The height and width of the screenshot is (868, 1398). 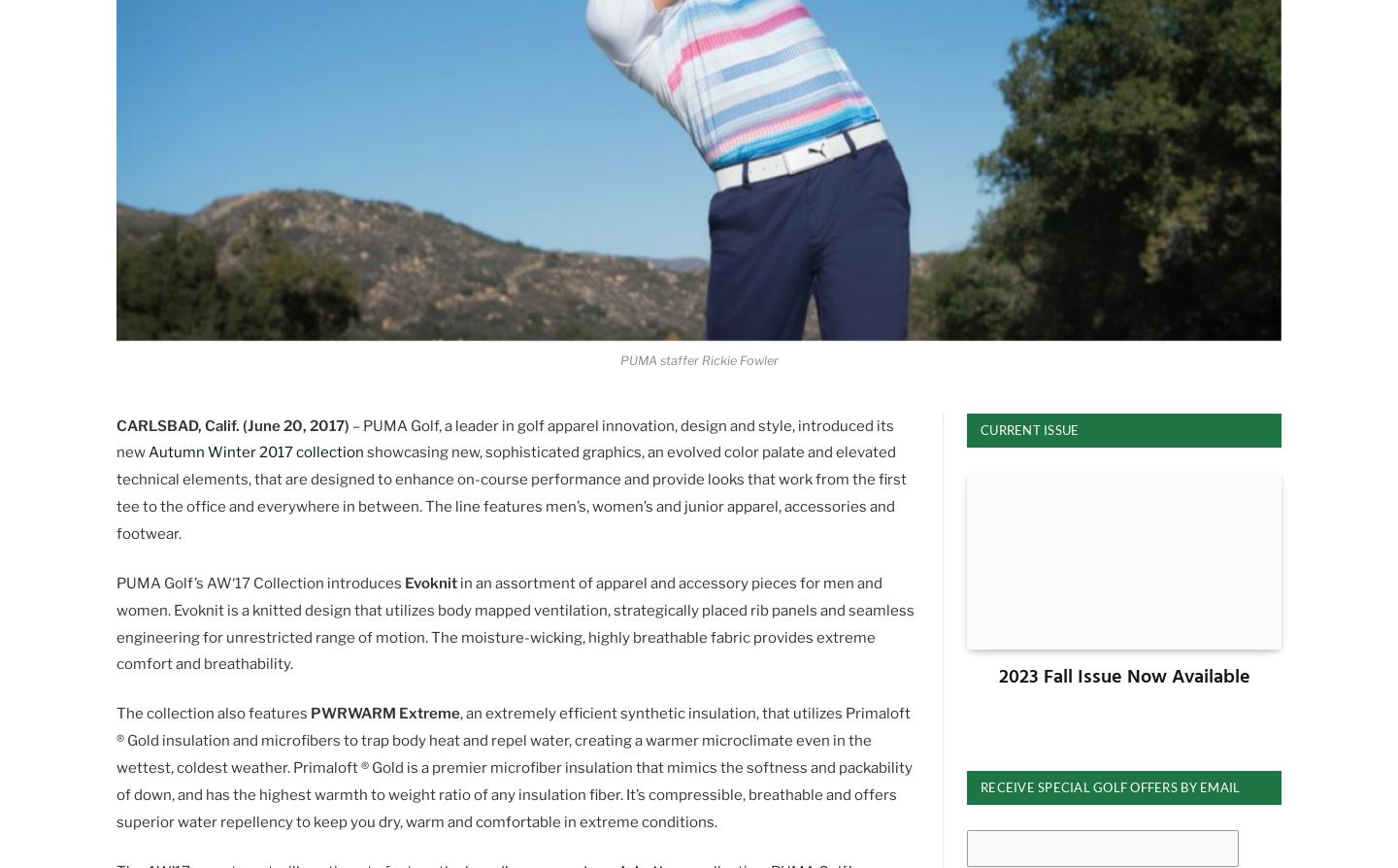 I want to click on 'Evoknit', so click(x=404, y=582).